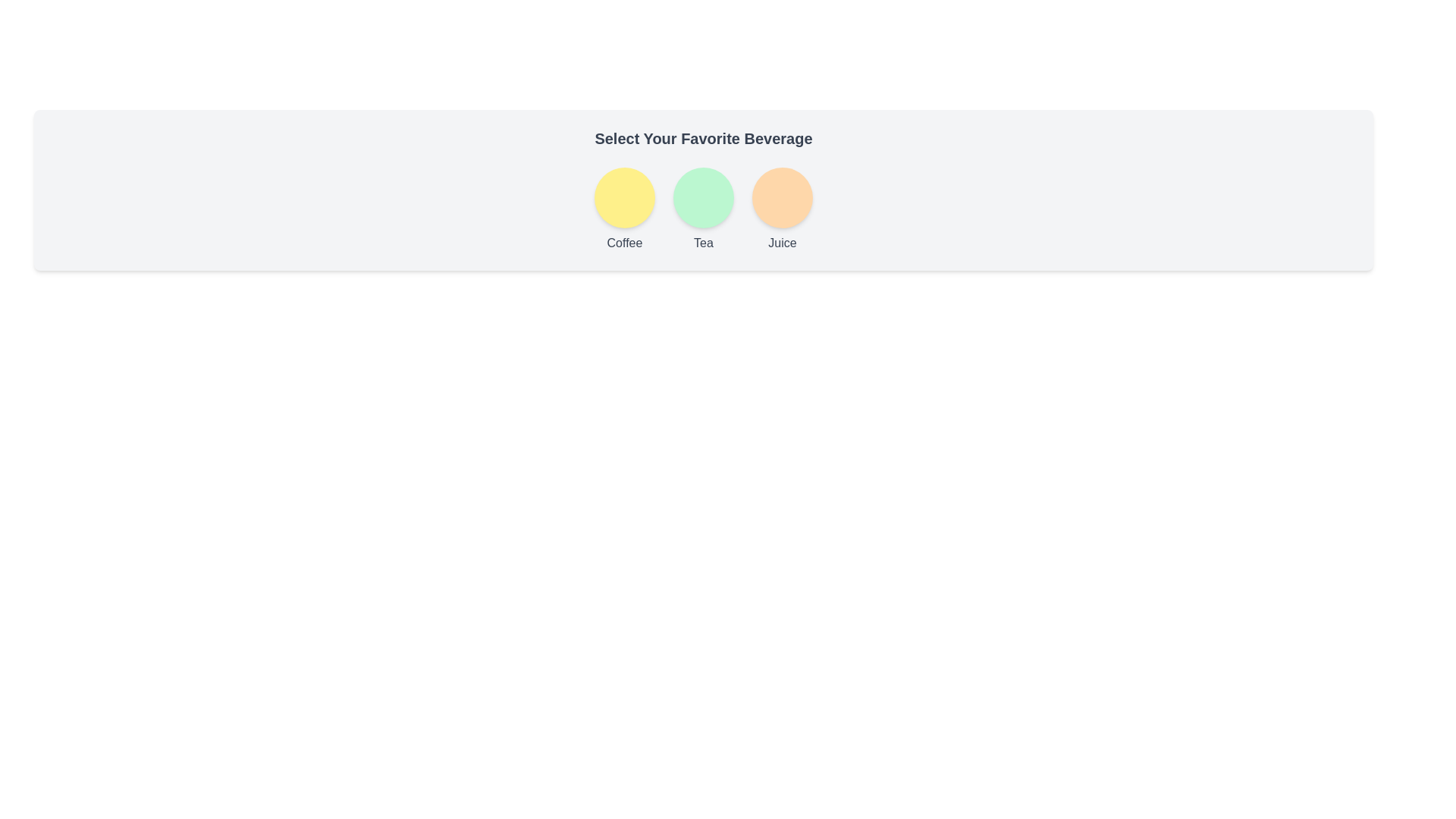 The height and width of the screenshot is (819, 1456). I want to click on the text label displaying 'Juice', which is colored in gray and located centrally below an orange circular icon in the beverage options layout, so click(783, 242).